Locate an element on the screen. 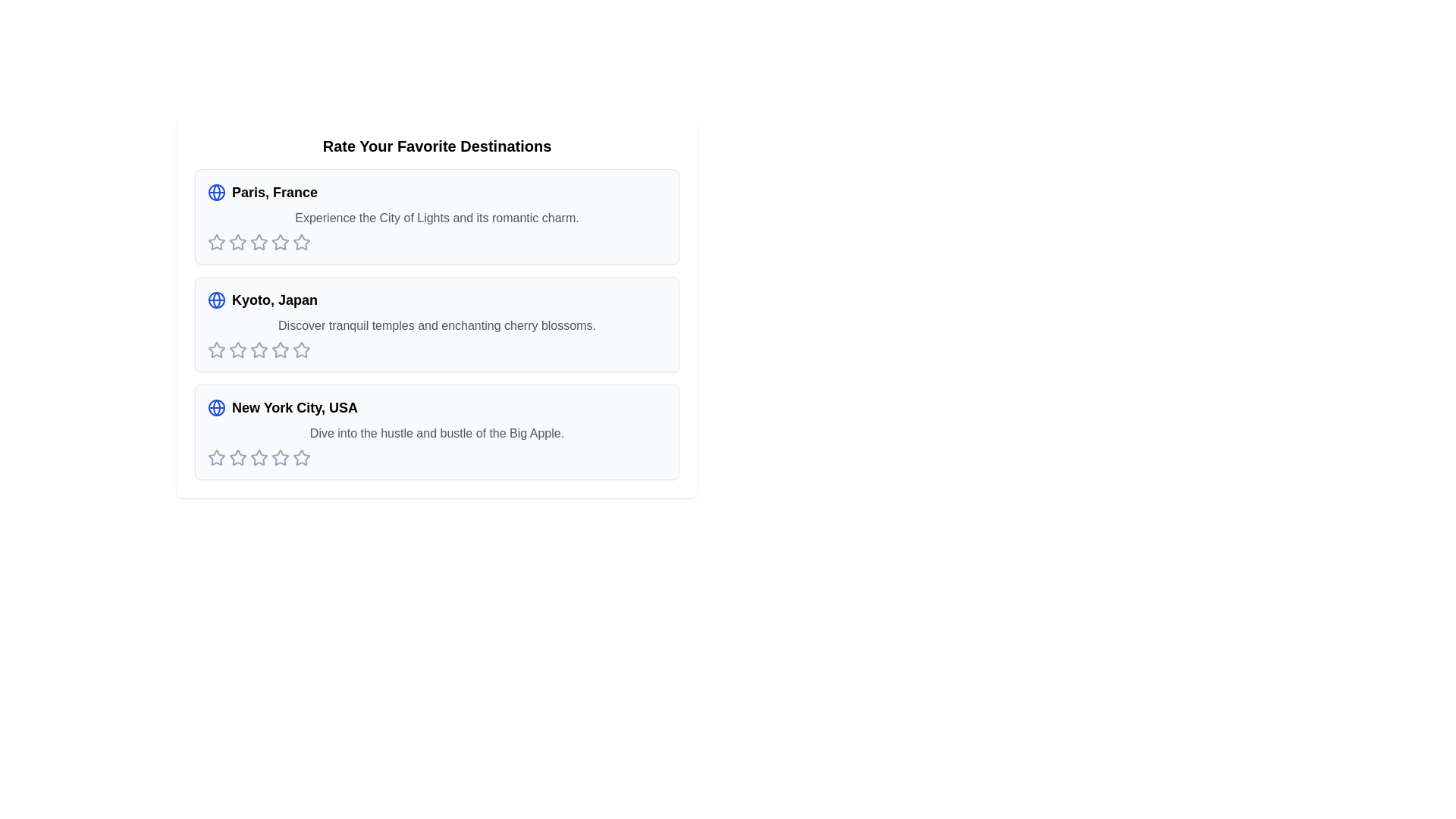  the second star from the left in the rating system under the 'New York City, USA' section to rate it is located at coordinates (280, 457).